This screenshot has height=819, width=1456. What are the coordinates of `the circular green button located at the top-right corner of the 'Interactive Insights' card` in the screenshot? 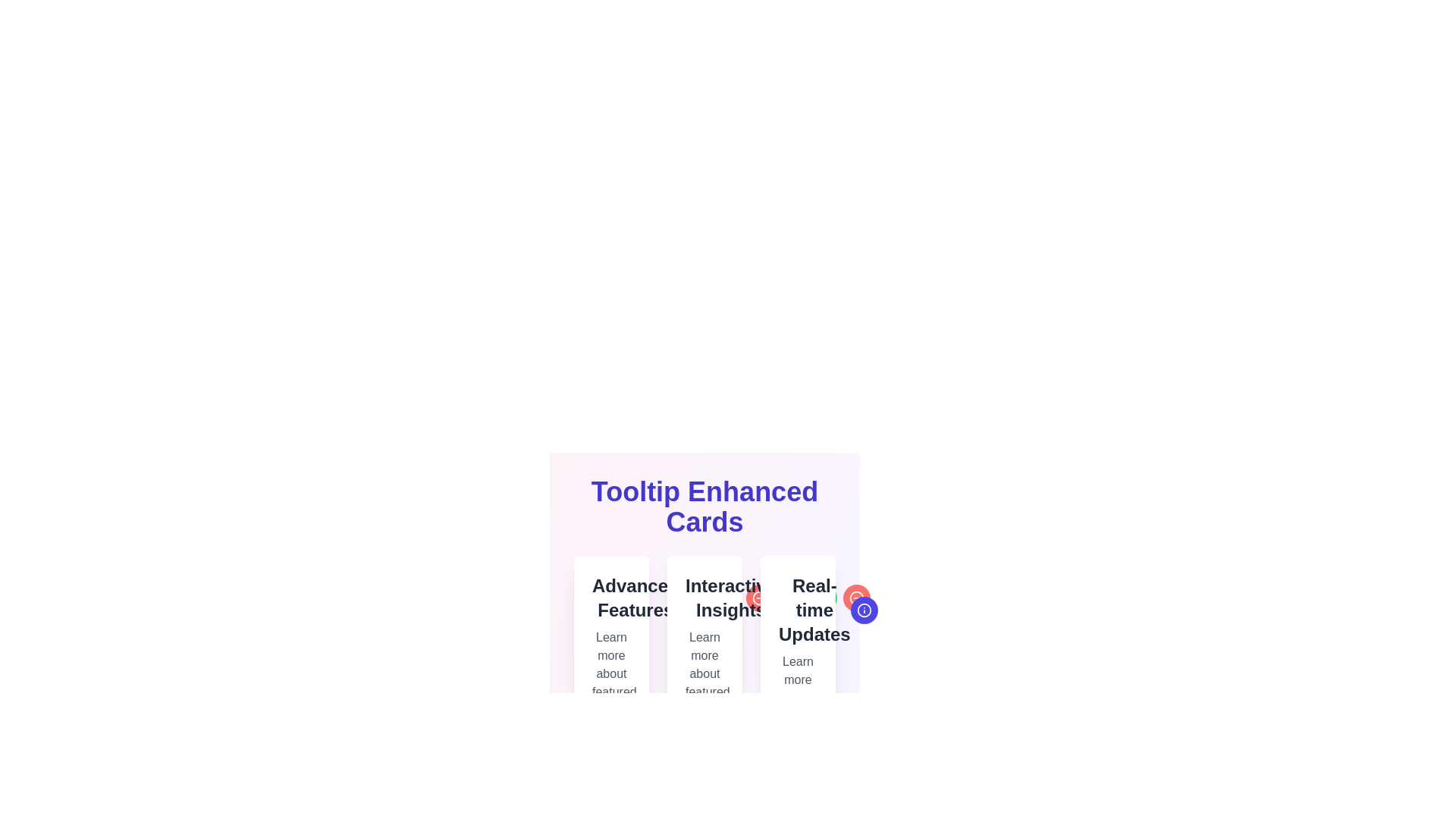 It's located at (725, 598).